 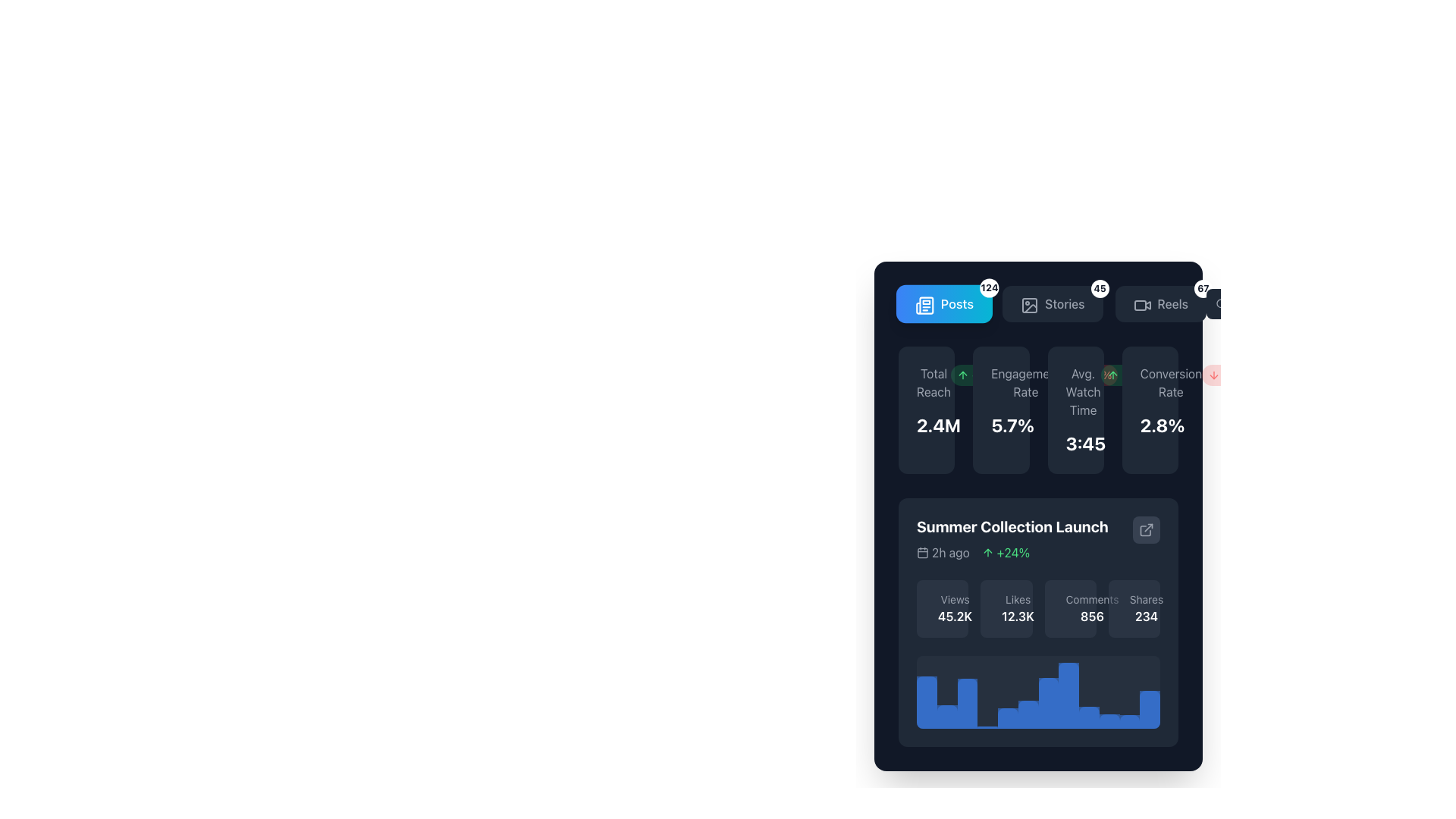 I want to click on the second informational card displaying likes, which is located between the 'Views' and 'Comments' cards in the grid below the 'Summer Collection Launch' title, so click(x=1006, y=607).